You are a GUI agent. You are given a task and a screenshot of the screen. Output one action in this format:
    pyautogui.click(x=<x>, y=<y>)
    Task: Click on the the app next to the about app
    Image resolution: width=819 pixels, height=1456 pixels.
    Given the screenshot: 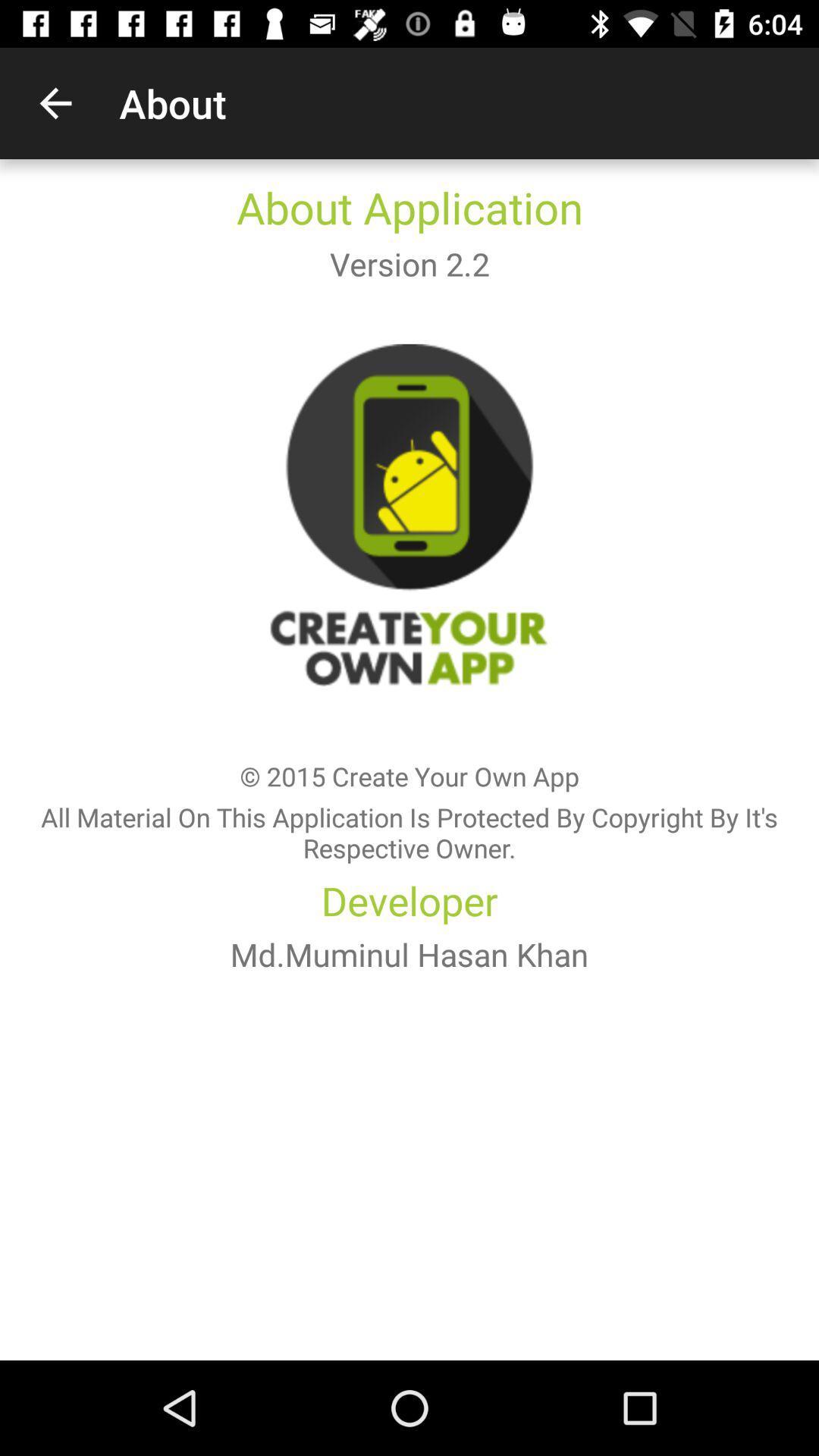 What is the action you would take?
    pyautogui.click(x=55, y=102)
    